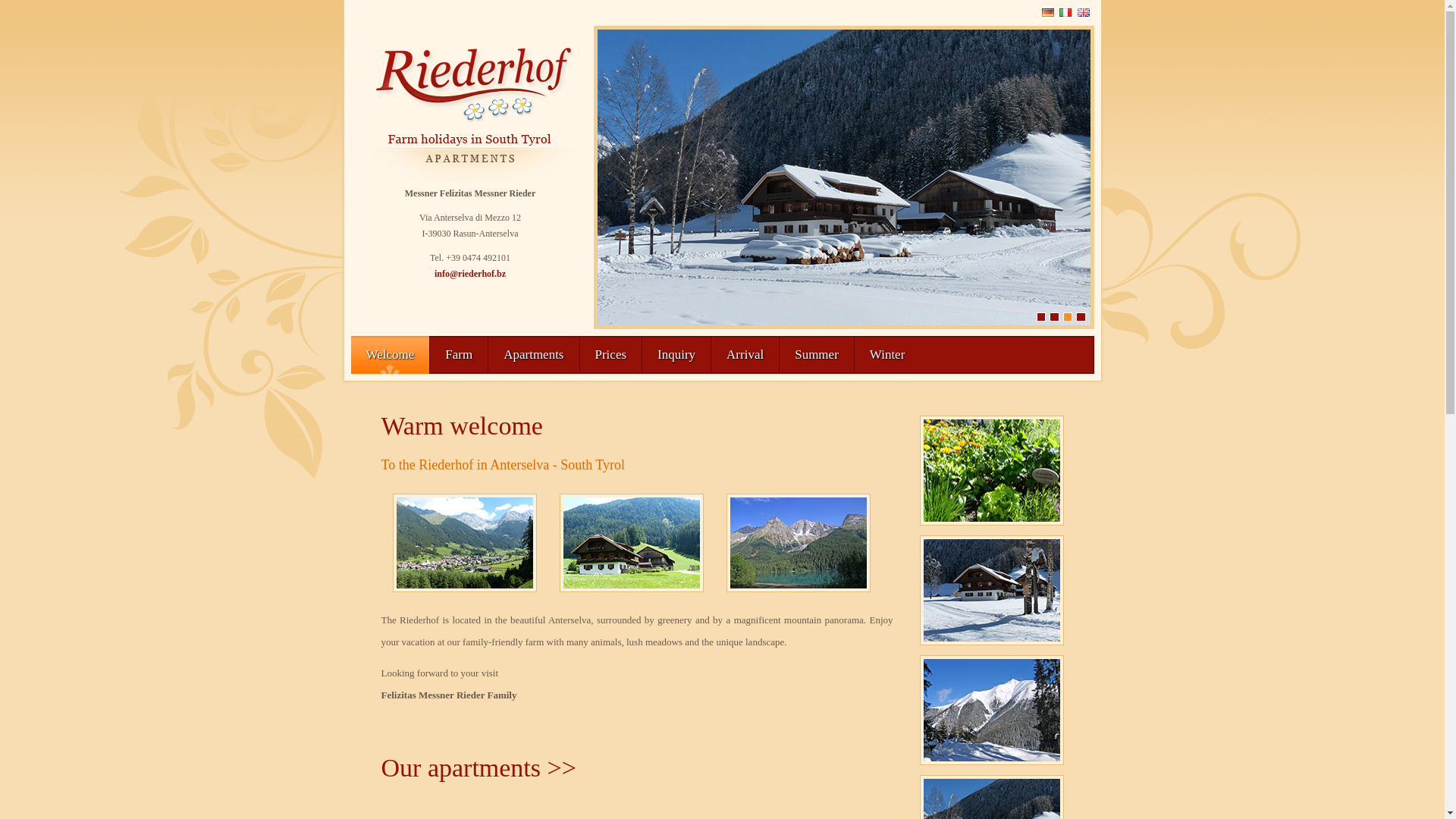  What do you see at coordinates (1048, 315) in the screenshot?
I see `'2'` at bounding box center [1048, 315].